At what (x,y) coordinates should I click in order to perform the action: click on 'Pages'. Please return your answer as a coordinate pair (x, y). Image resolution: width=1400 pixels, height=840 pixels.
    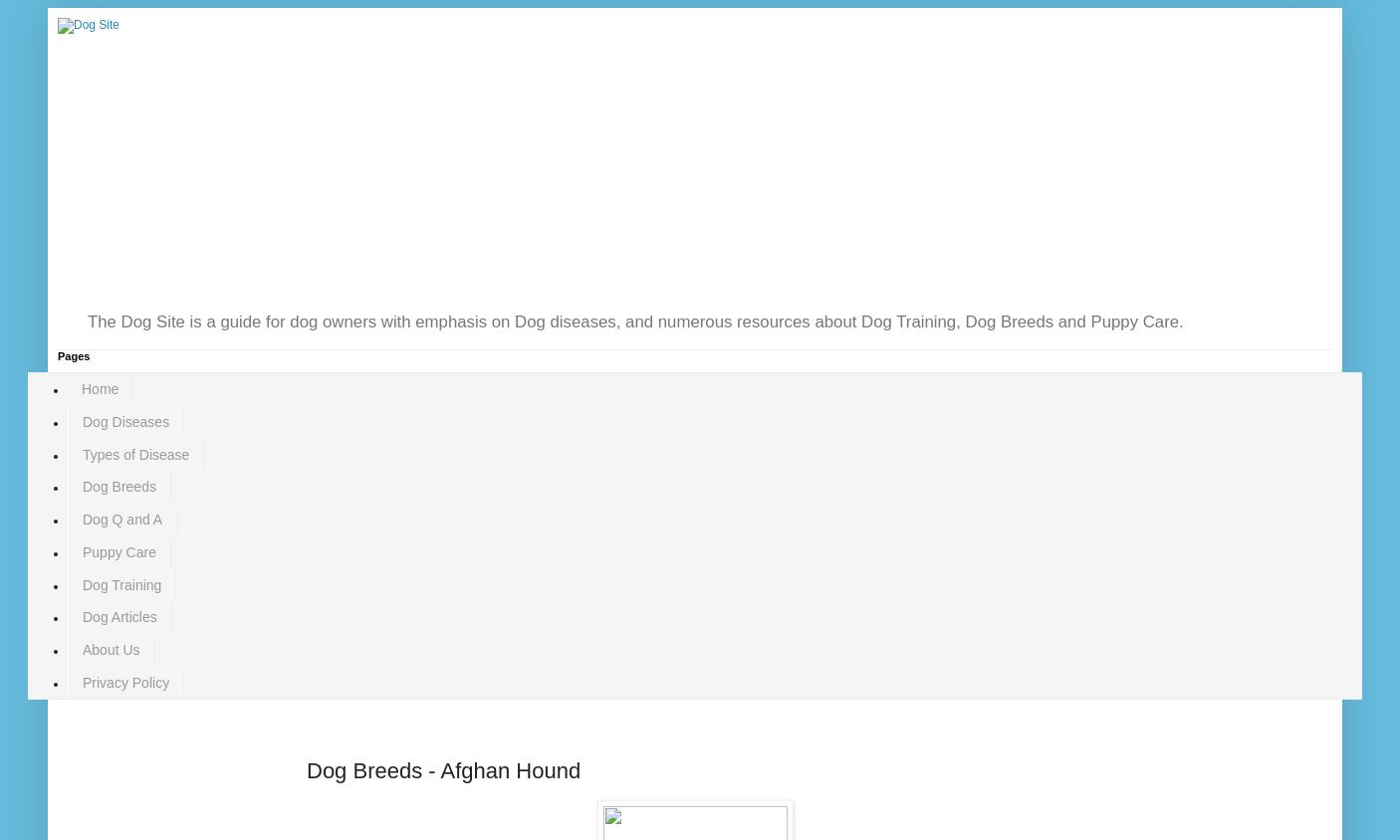
    Looking at the image, I should click on (72, 355).